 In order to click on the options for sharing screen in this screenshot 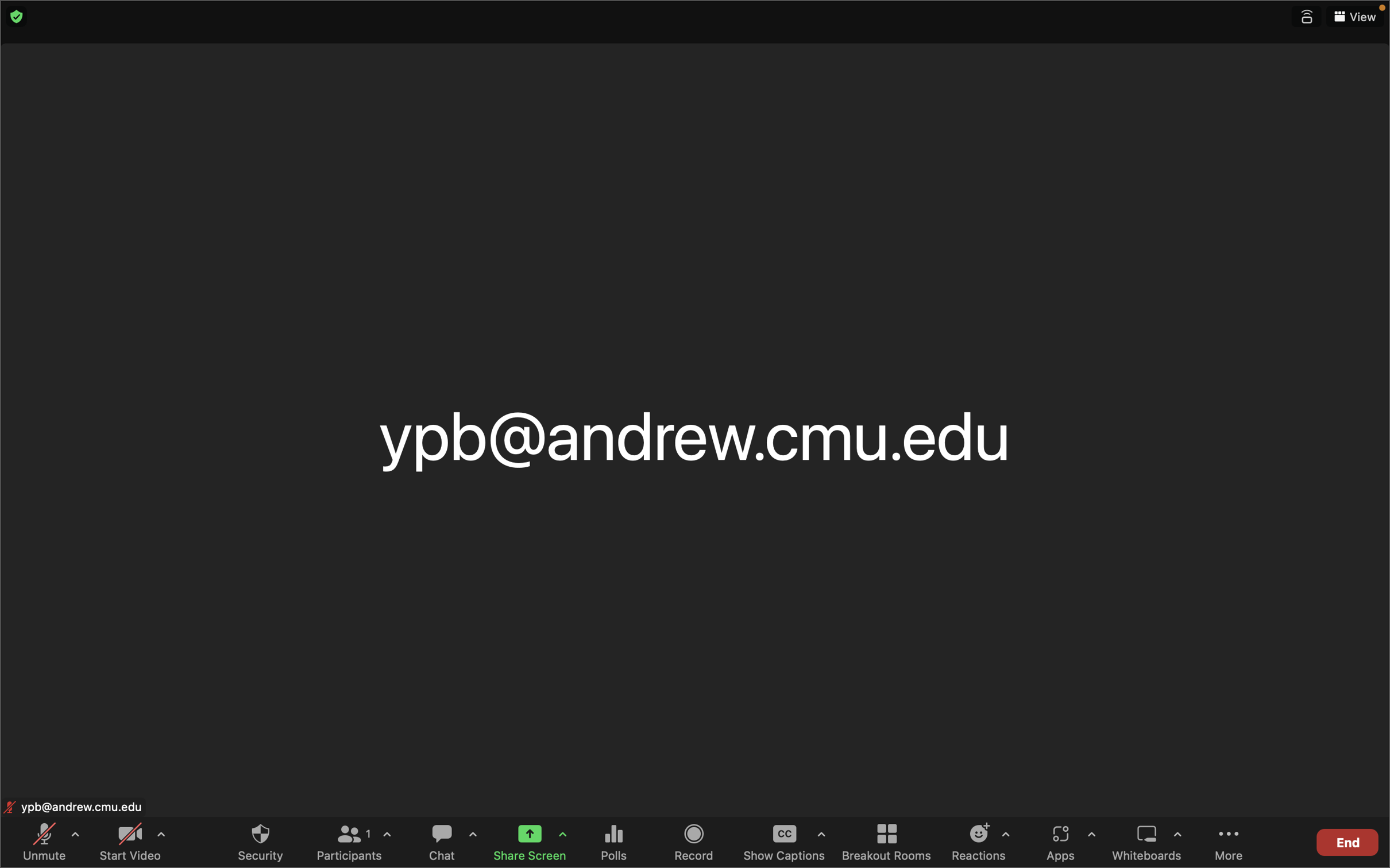, I will do `click(562, 836)`.